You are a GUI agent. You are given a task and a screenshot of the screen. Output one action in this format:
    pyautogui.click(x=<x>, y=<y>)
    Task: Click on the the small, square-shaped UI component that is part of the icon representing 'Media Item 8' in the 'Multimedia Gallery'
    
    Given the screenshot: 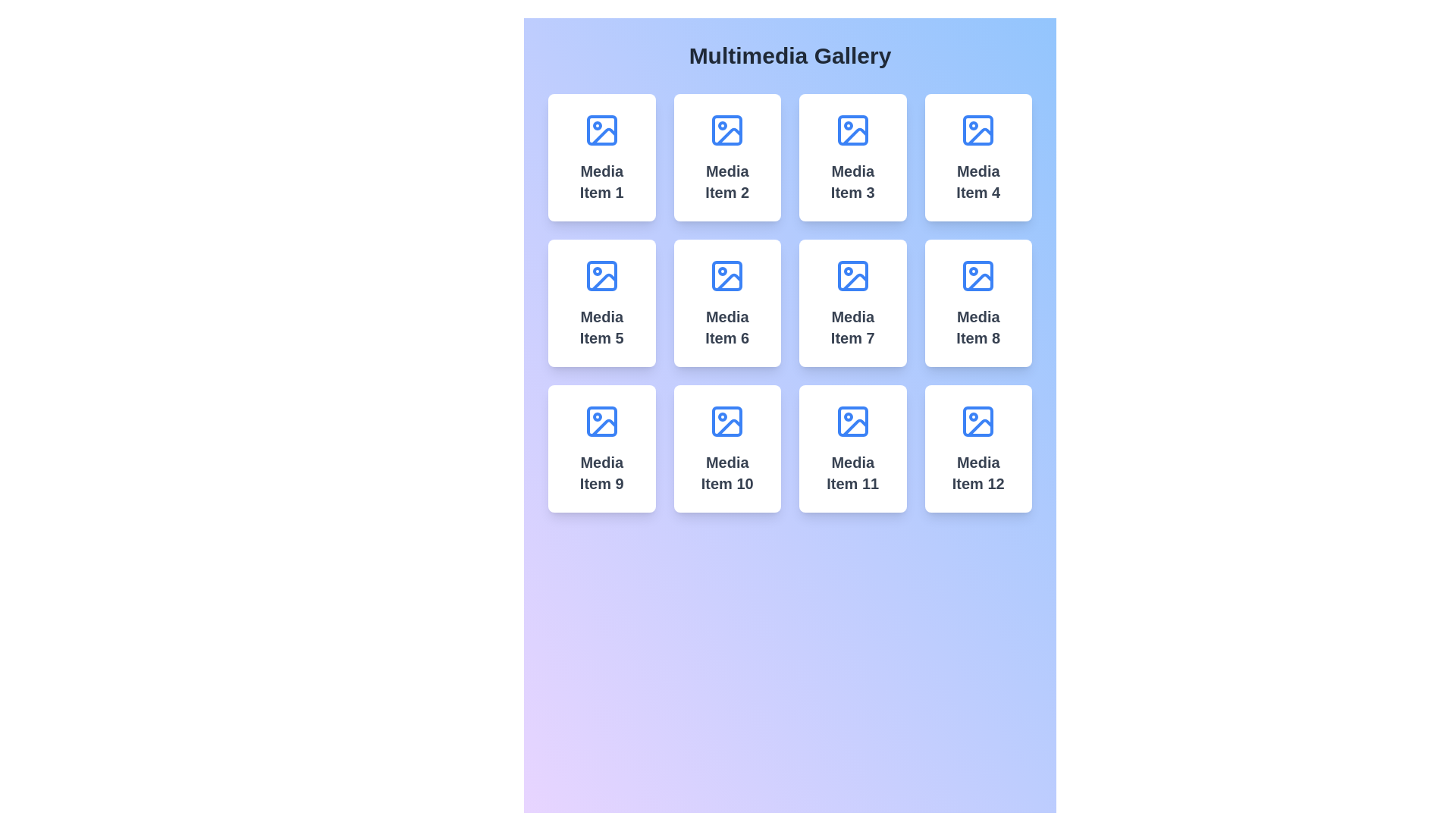 What is the action you would take?
    pyautogui.click(x=978, y=275)
    